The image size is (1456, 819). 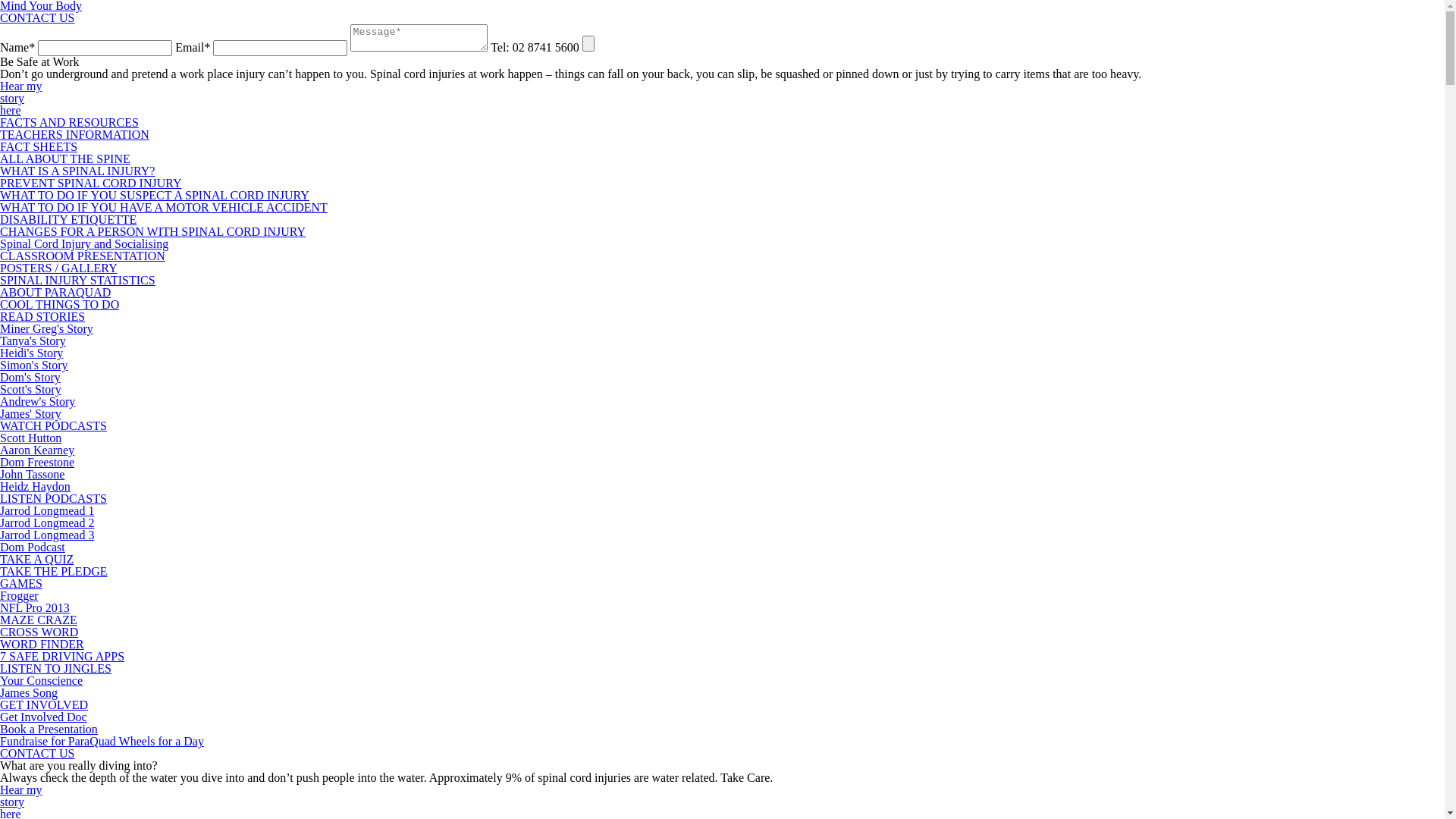 What do you see at coordinates (101, 740) in the screenshot?
I see `'Fundraise for ParaQuad Wheels for a Day'` at bounding box center [101, 740].